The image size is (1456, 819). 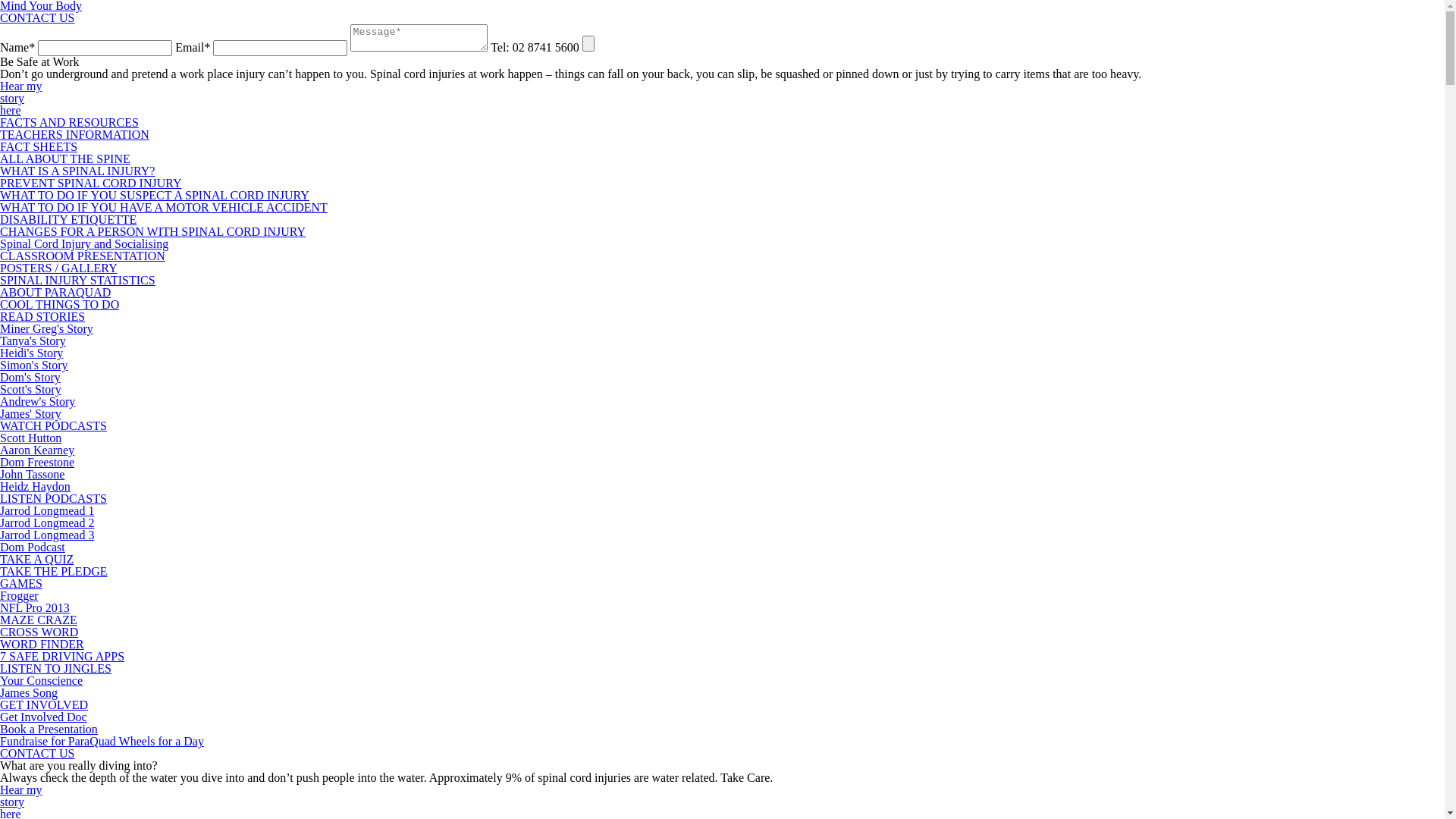 What do you see at coordinates (101, 740) in the screenshot?
I see `'Fundraise for ParaQuad Wheels for a Day'` at bounding box center [101, 740].